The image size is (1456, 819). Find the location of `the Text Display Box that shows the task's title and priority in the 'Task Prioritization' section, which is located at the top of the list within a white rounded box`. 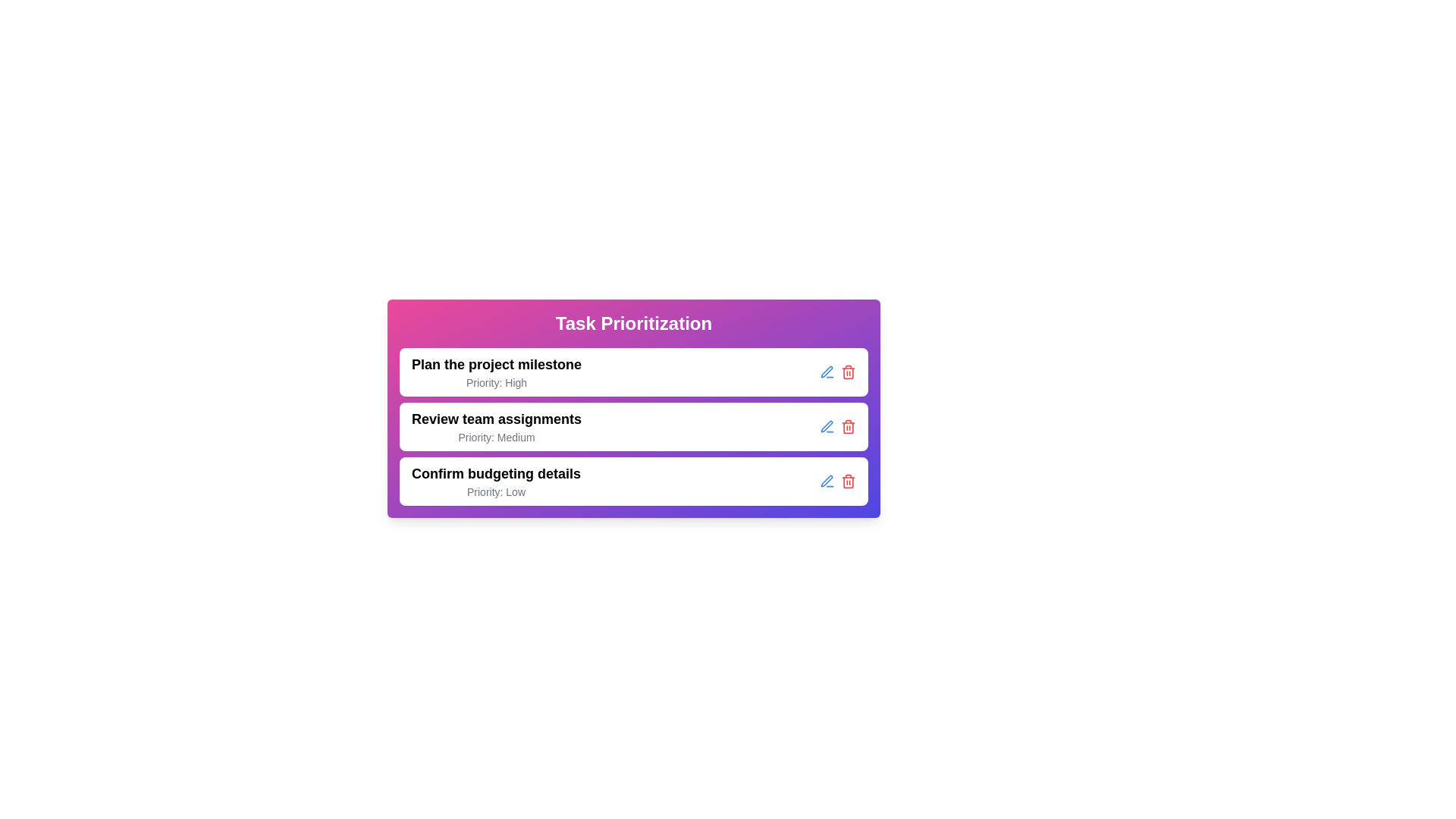

the Text Display Box that shows the task's title and priority in the 'Task Prioritization' section, which is located at the top of the list within a white rounded box is located at coordinates (497, 372).